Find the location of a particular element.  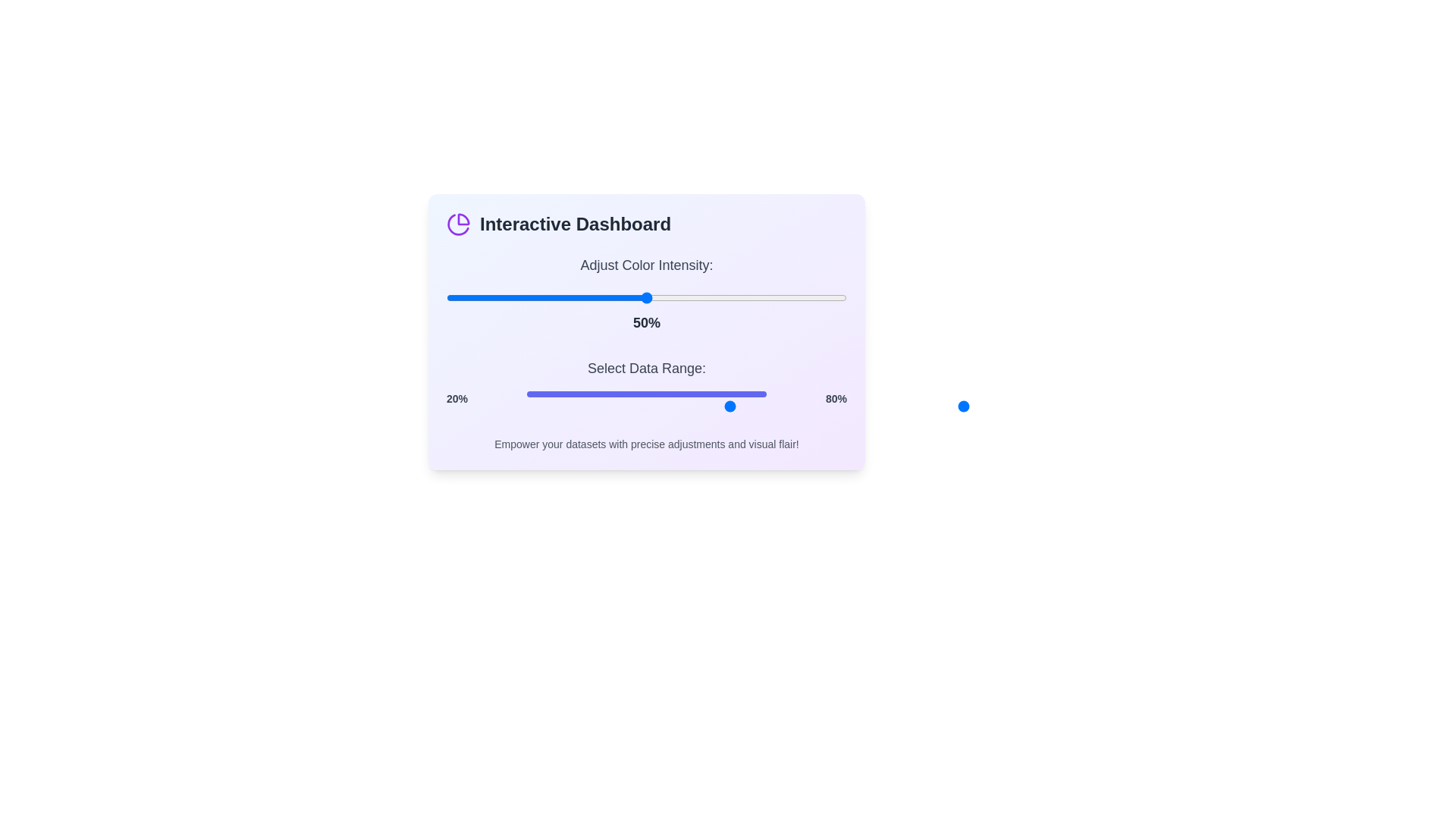

the pie chart icon with smooth, rounded edges and vibrant purple color, located to the left of the text 'Interactive Dashboard' is located at coordinates (457, 224).